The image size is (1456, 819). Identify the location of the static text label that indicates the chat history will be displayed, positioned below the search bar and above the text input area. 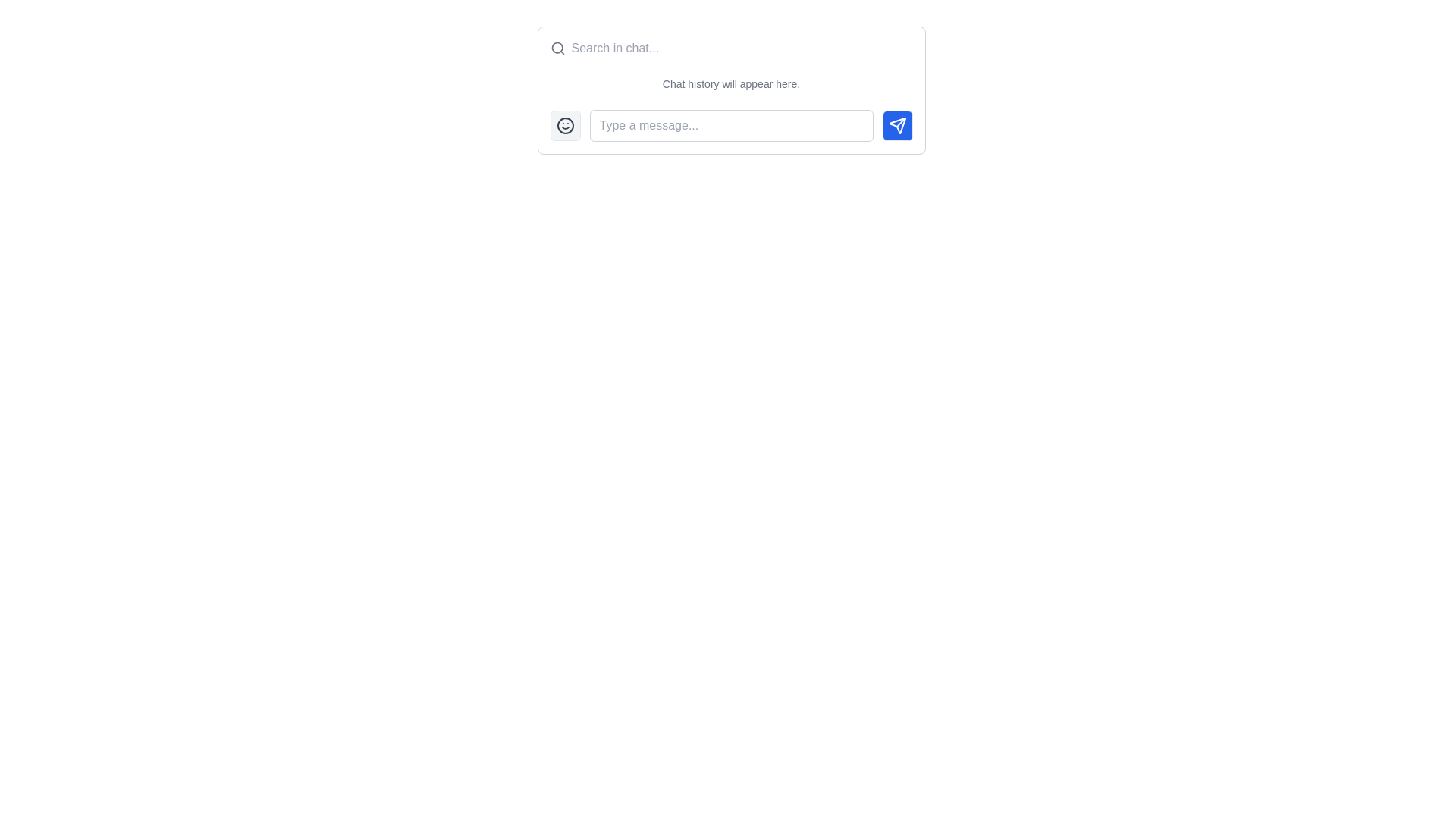
(731, 90).